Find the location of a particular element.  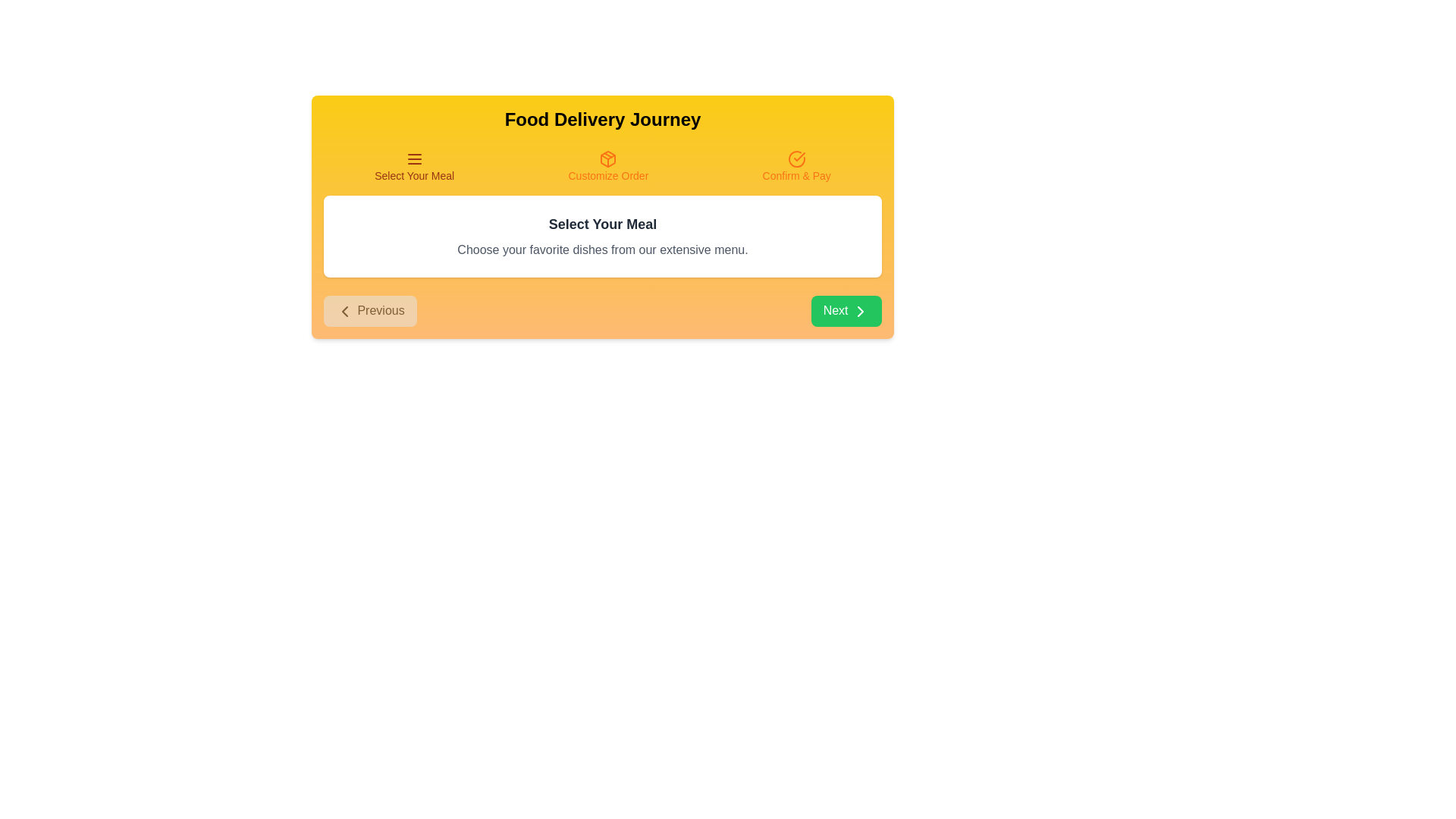

the yellow-orange hexagonal icon located in the top-center of the interface, above the 'Customize Order' text is located at coordinates (608, 158).